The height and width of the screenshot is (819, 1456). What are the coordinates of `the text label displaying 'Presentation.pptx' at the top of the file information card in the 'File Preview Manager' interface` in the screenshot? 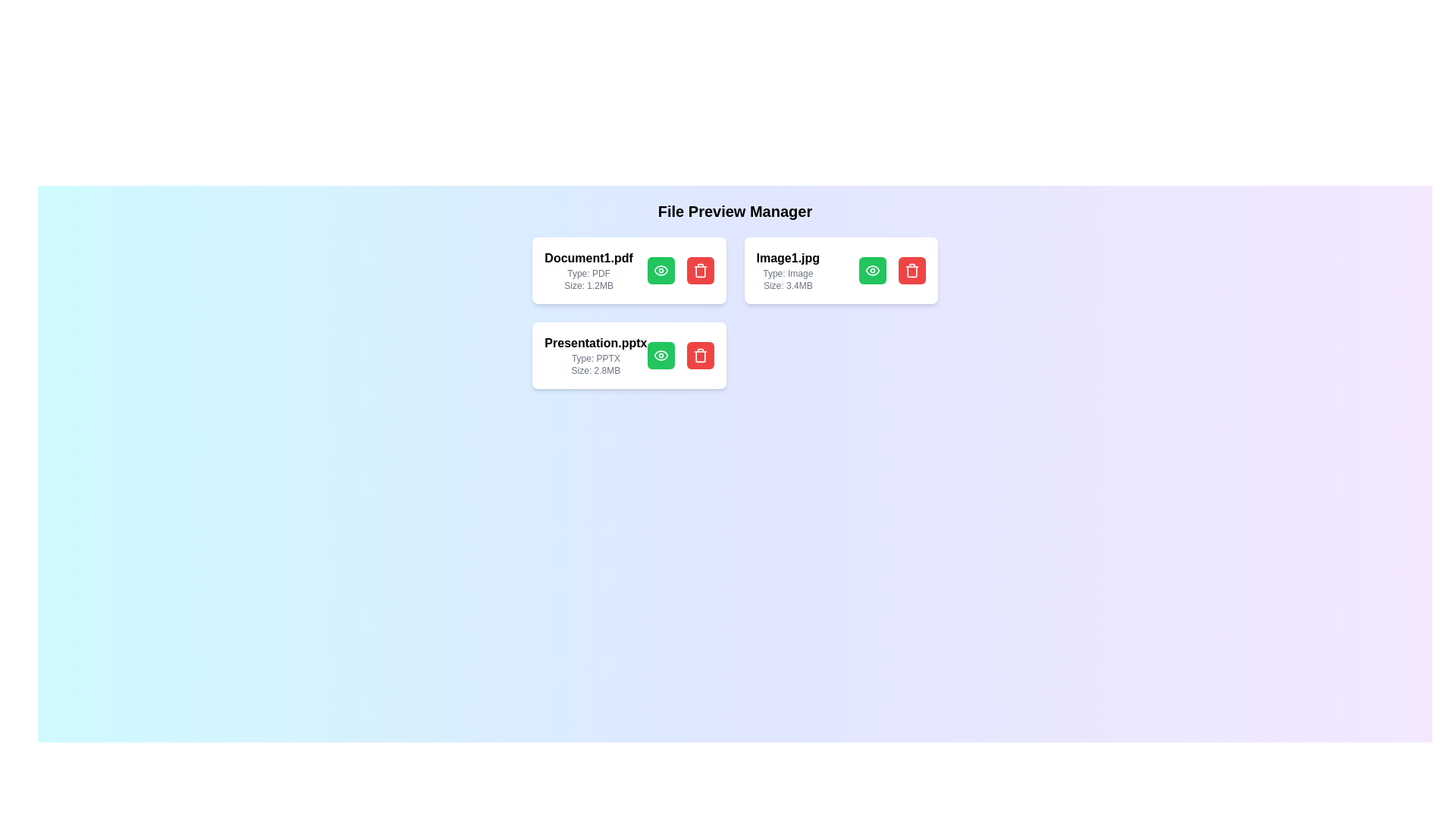 It's located at (595, 343).